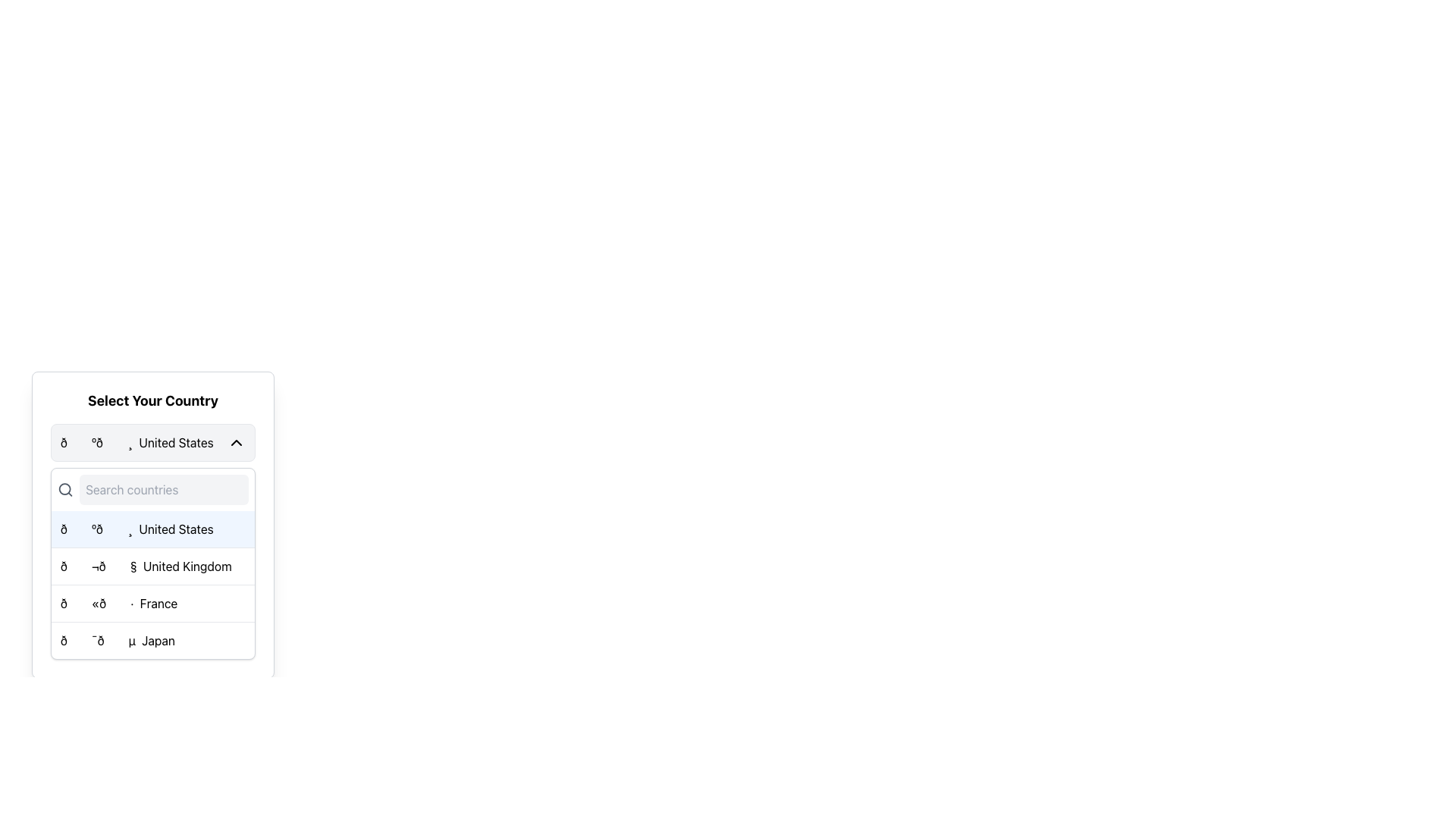 The width and height of the screenshot is (1456, 819). I want to click on the leading two-character emoji symbol located to the left of the text 'United States' within the country selection list, so click(96, 529).